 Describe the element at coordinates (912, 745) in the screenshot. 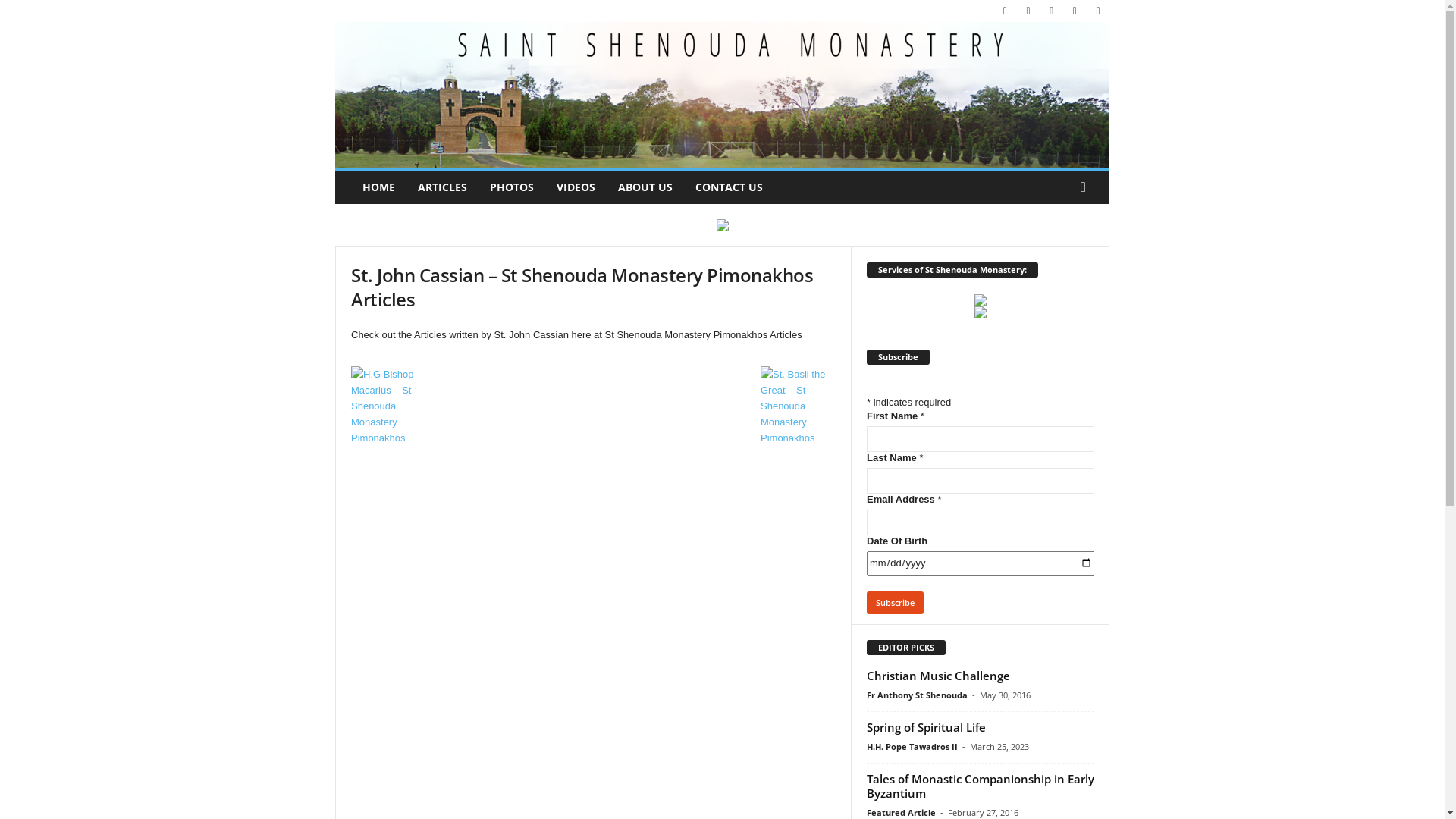

I see `'H.H. Pope Tawadros II'` at that location.